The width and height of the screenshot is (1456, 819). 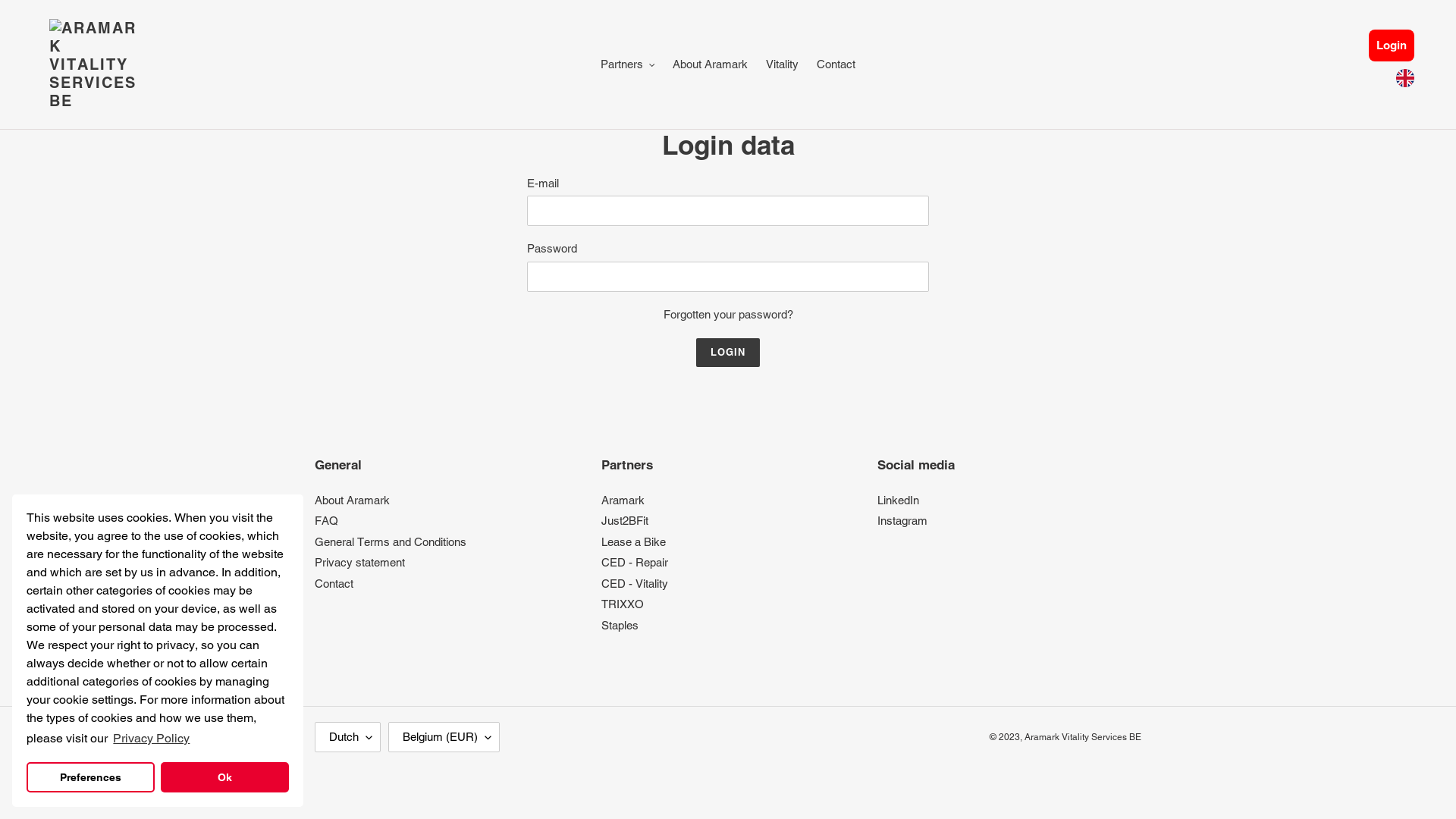 I want to click on 'General Terms and Conditions', so click(x=390, y=541).